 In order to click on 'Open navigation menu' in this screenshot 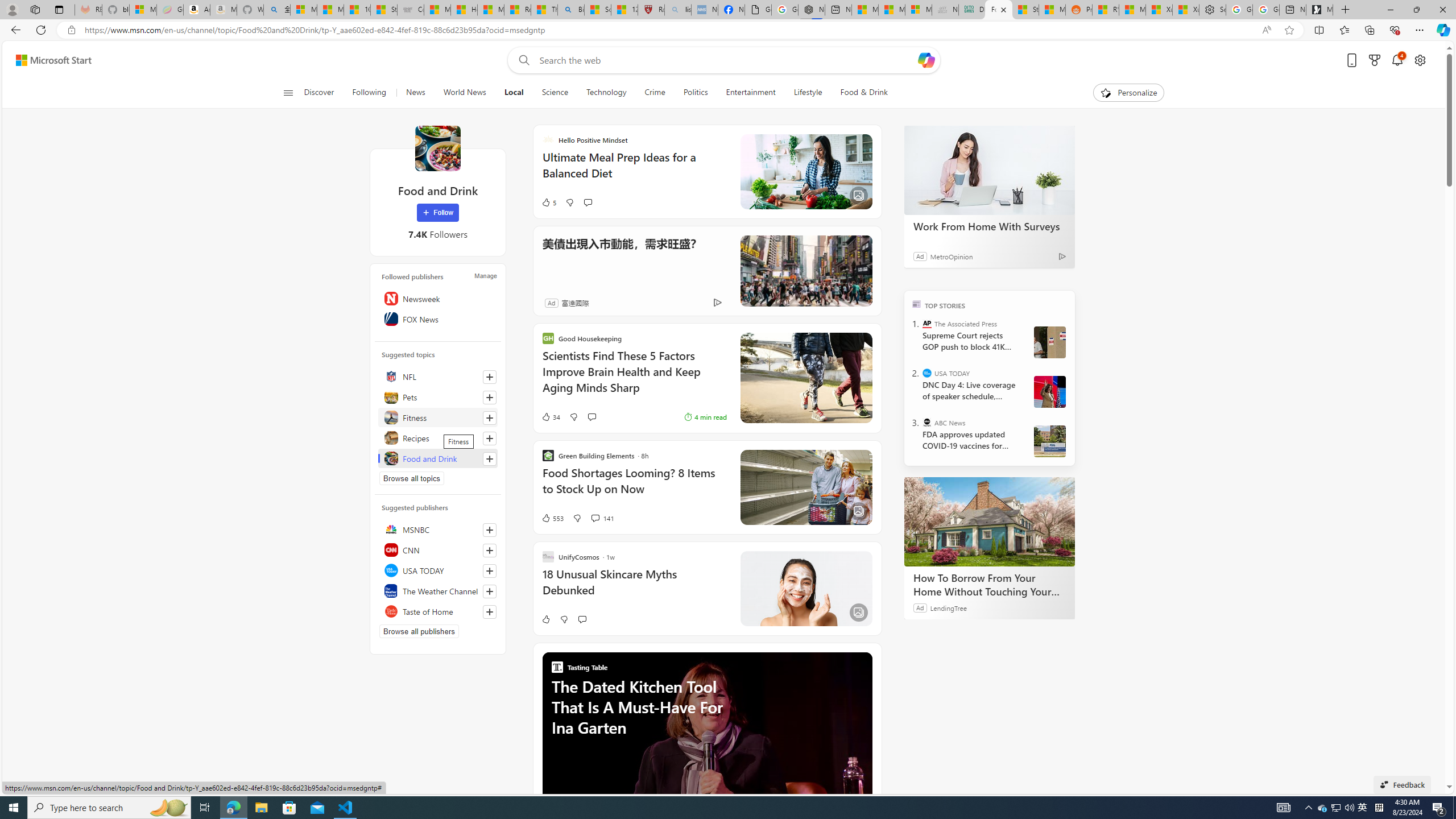, I will do `click(287, 92)`.